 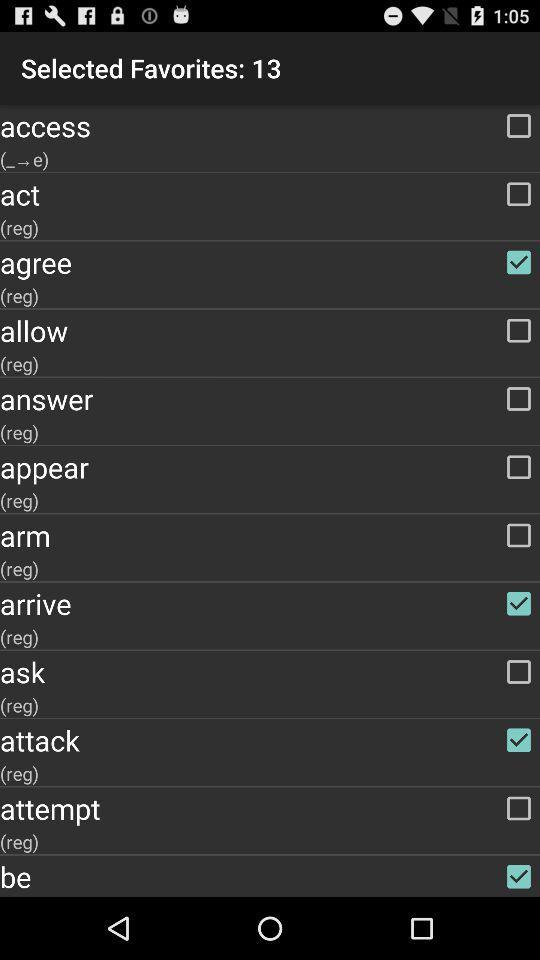 I want to click on the app below the (reg)  app, so click(x=270, y=672).